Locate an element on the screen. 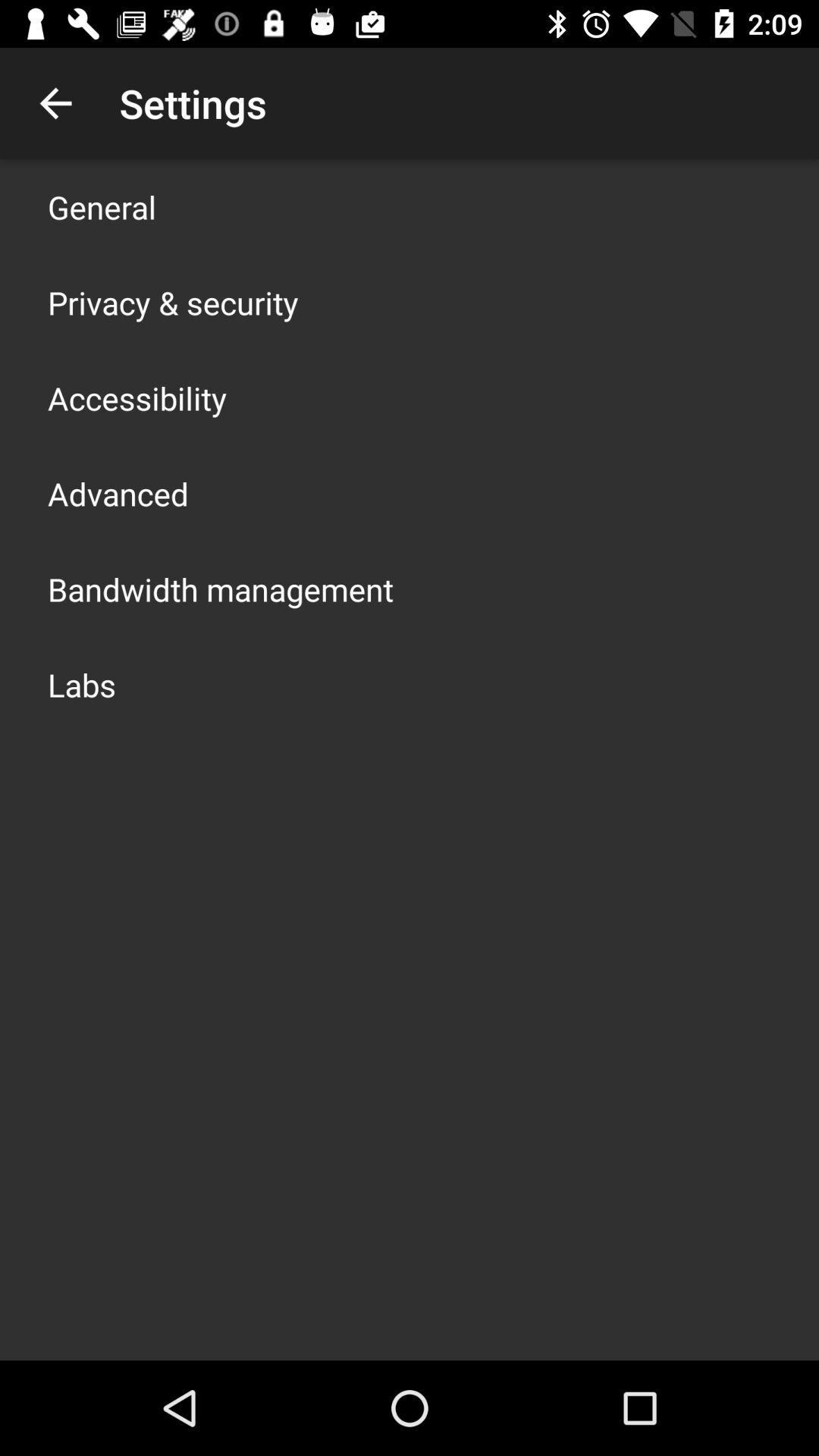 This screenshot has width=819, height=1456. the icon above the labs is located at coordinates (220, 588).